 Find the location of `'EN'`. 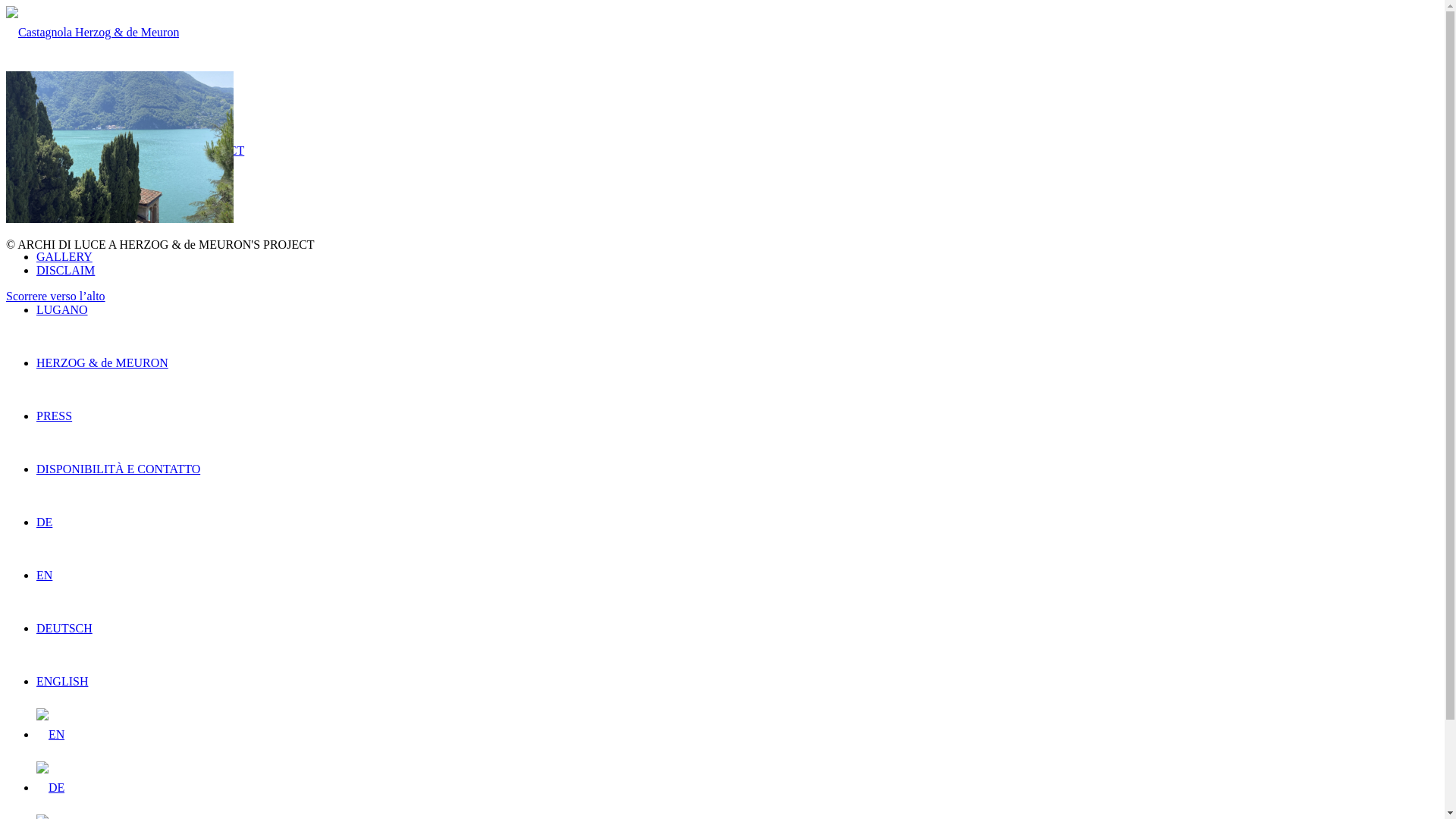

'EN' is located at coordinates (50, 733).